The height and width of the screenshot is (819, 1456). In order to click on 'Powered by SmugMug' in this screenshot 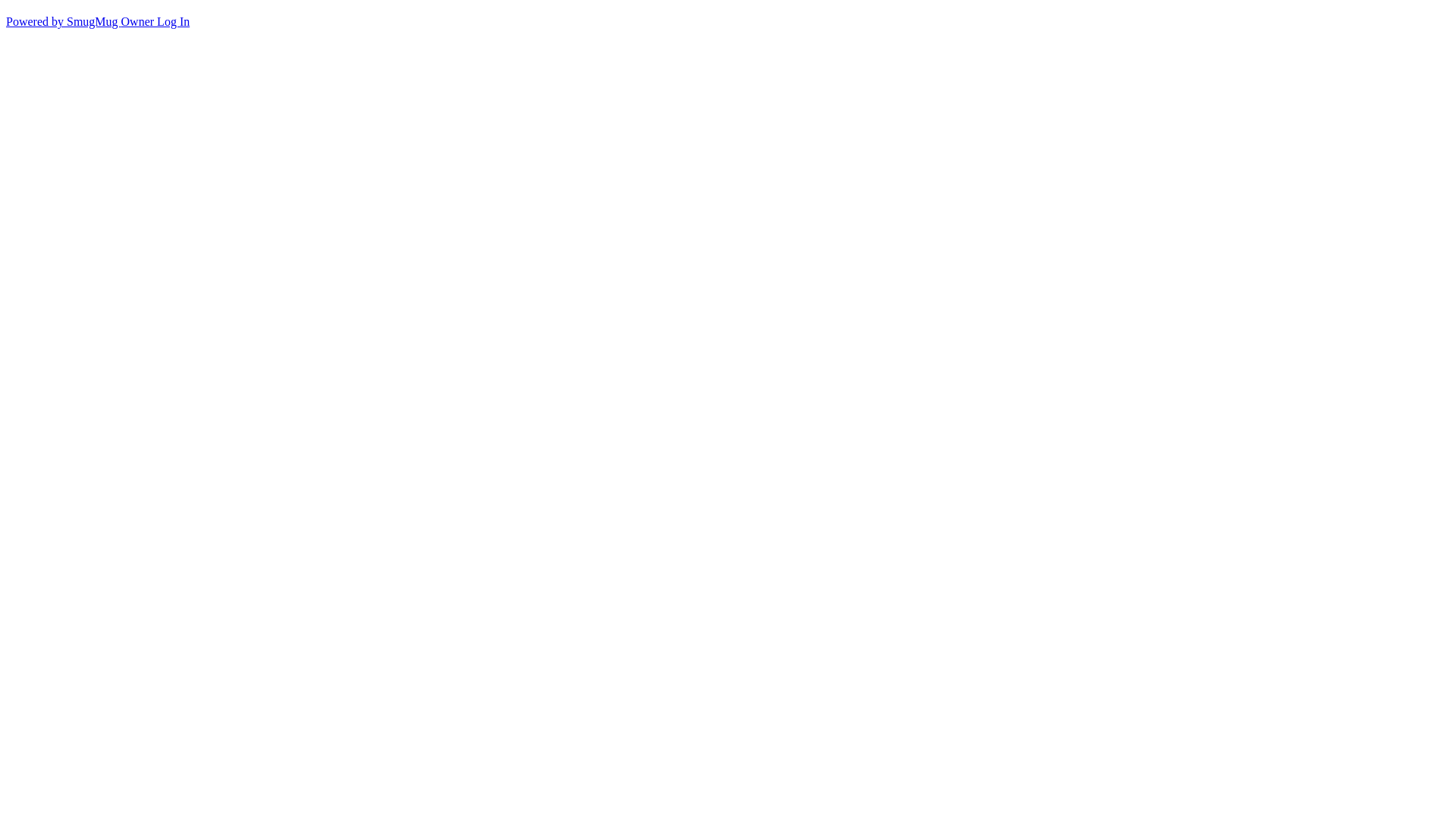, I will do `click(62, 21)`.